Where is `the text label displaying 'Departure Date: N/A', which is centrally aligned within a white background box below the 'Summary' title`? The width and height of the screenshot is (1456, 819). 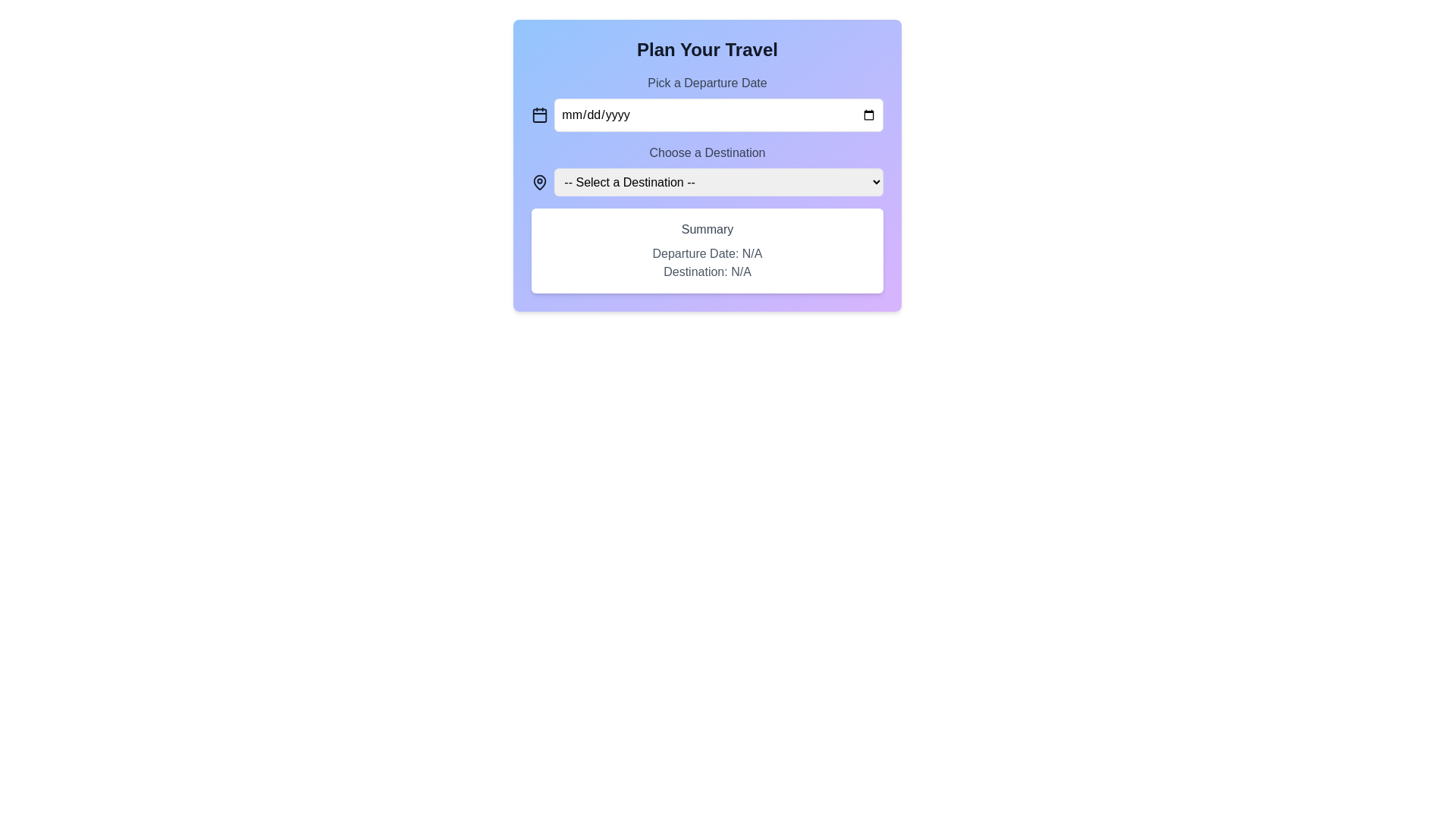
the text label displaying 'Departure Date: N/A', which is centrally aligned within a white background box below the 'Summary' title is located at coordinates (706, 253).